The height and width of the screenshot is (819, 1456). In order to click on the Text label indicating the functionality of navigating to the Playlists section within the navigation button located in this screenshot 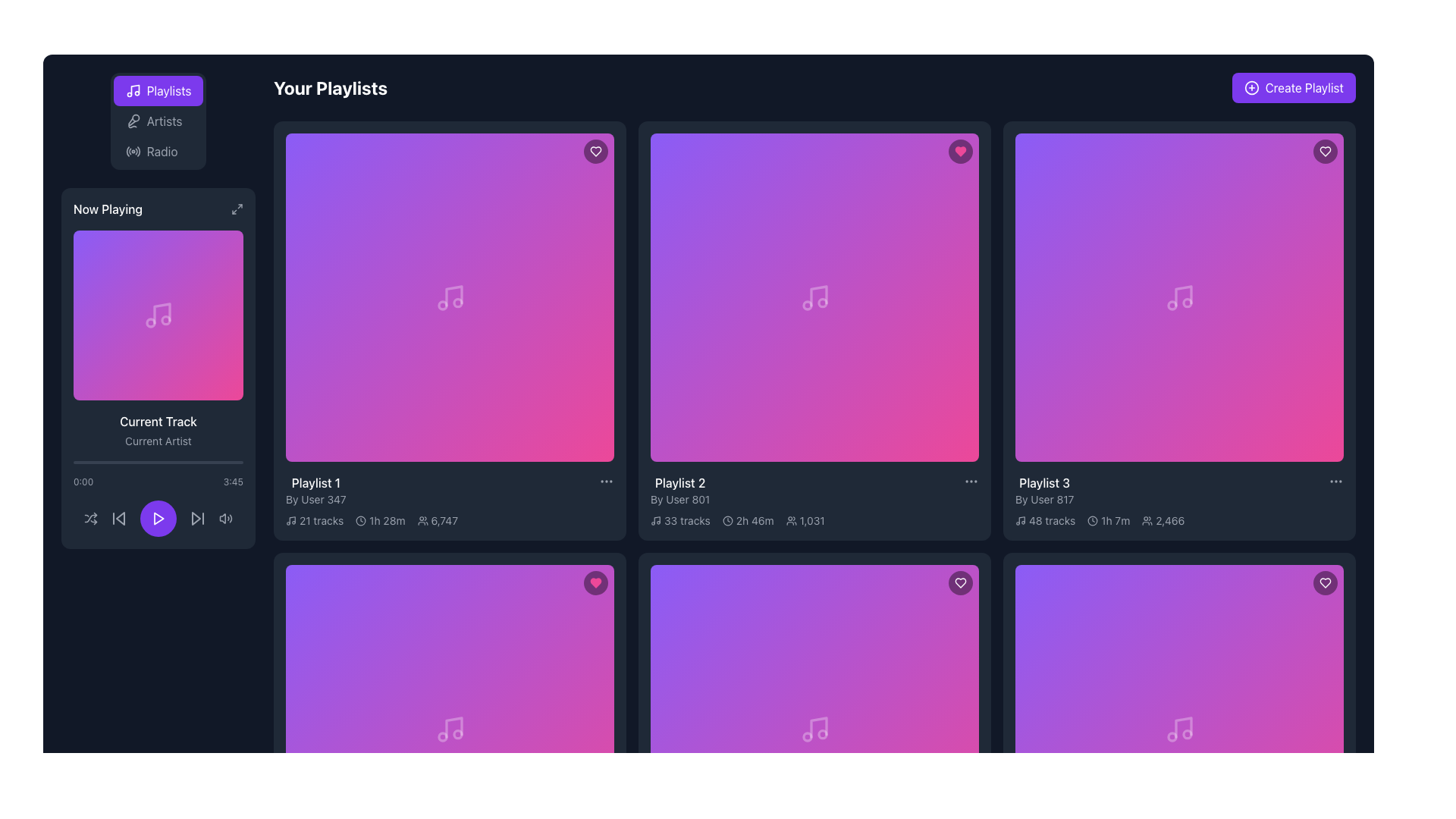, I will do `click(168, 90)`.